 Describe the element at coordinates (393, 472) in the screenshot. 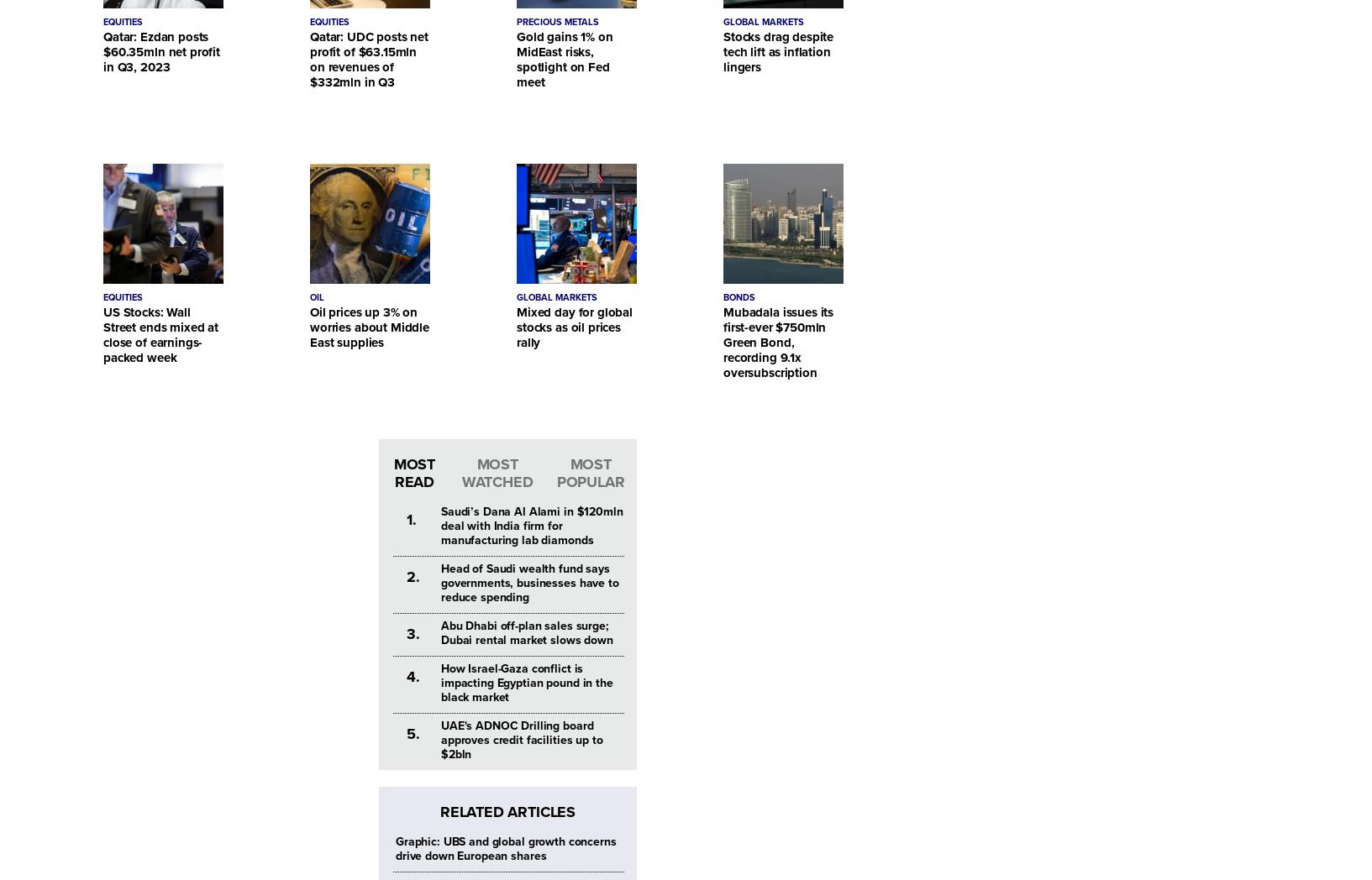

I see `'MOST READ'` at that location.